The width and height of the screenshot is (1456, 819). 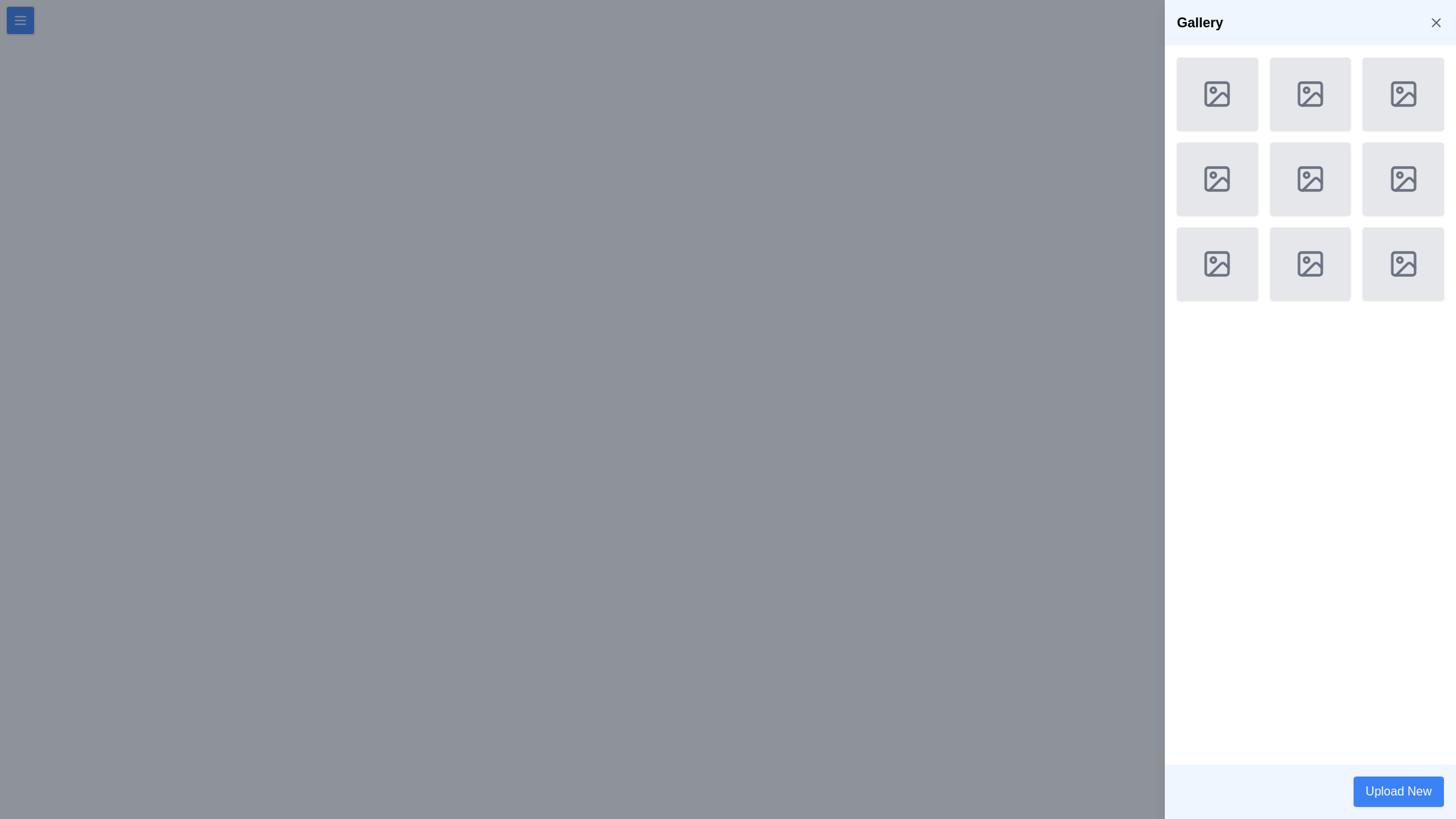 What do you see at coordinates (1217, 262) in the screenshot?
I see `the icon located in the bottom row, second column of a 3x3 grid within a panel on the right side of the interface, which serves as a decorative or functional representation of an image placeholder` at bounding box center [1217, 262].